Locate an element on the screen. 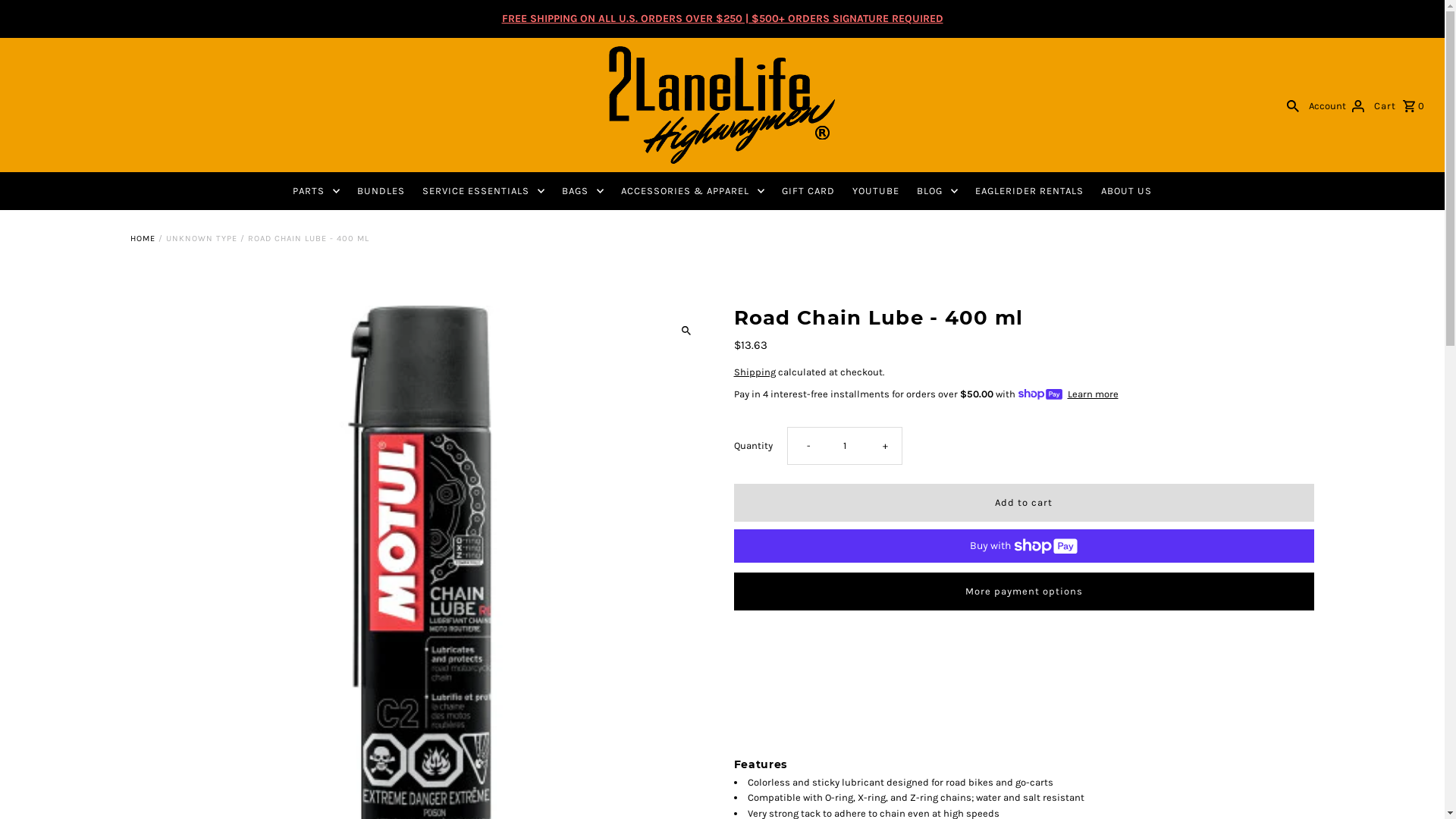 The width and height of the screenshot is (1456, 819). 'GIFT CARD' is located at coordinates (807, 190).